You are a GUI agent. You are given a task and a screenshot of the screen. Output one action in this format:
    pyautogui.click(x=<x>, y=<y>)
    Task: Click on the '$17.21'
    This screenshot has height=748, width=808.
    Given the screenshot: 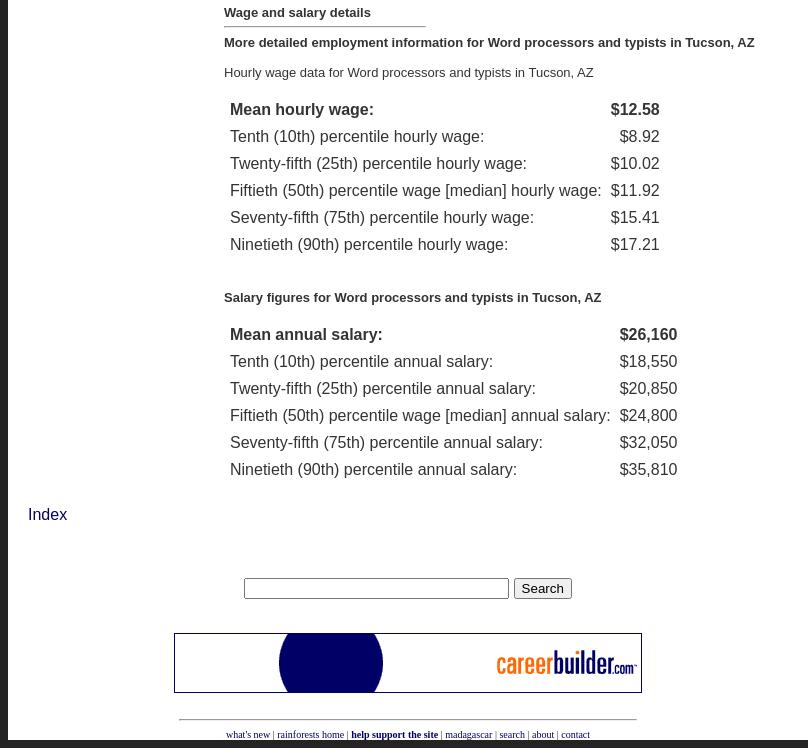 What is the action you would take?
    pyautogui.click(x=610, y=242)
    